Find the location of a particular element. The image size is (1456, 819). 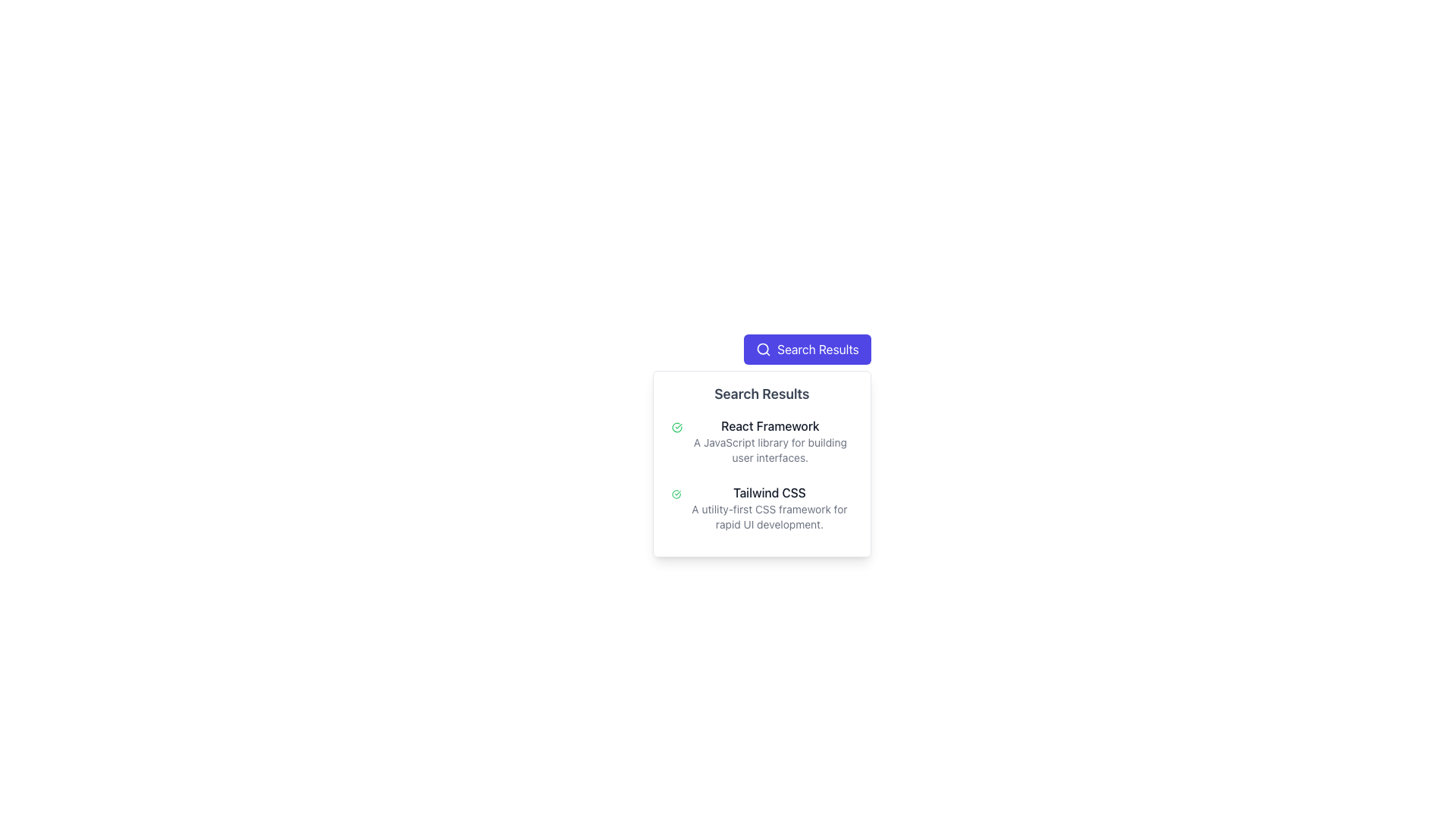

the search icon located in the top-left corner adjacent to the 'Search Results' text is located at coordinates (764, 350).